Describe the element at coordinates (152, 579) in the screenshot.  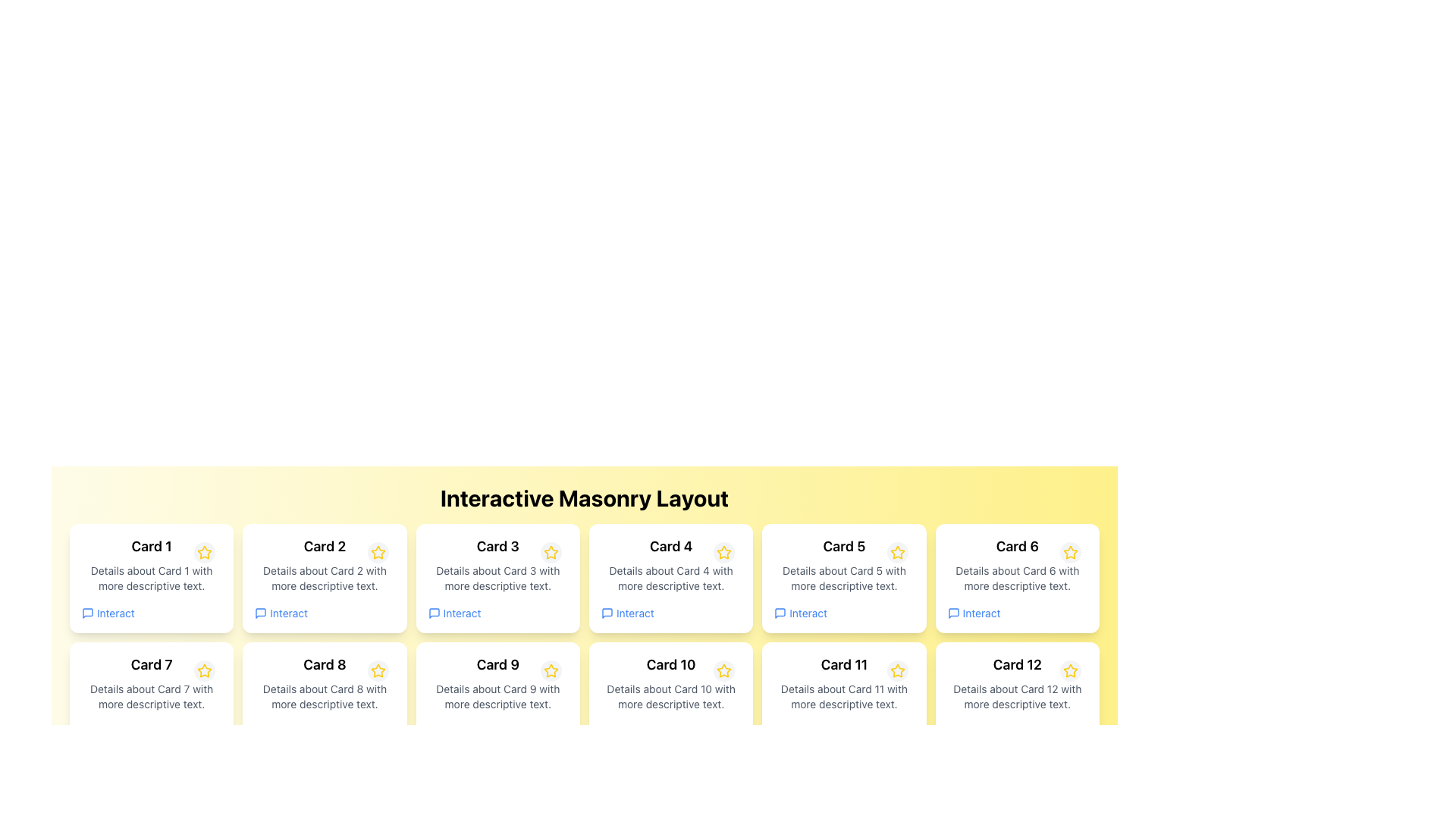
I see `textual information from the first card labeled 'Card 1' in the grid layout` at that location.